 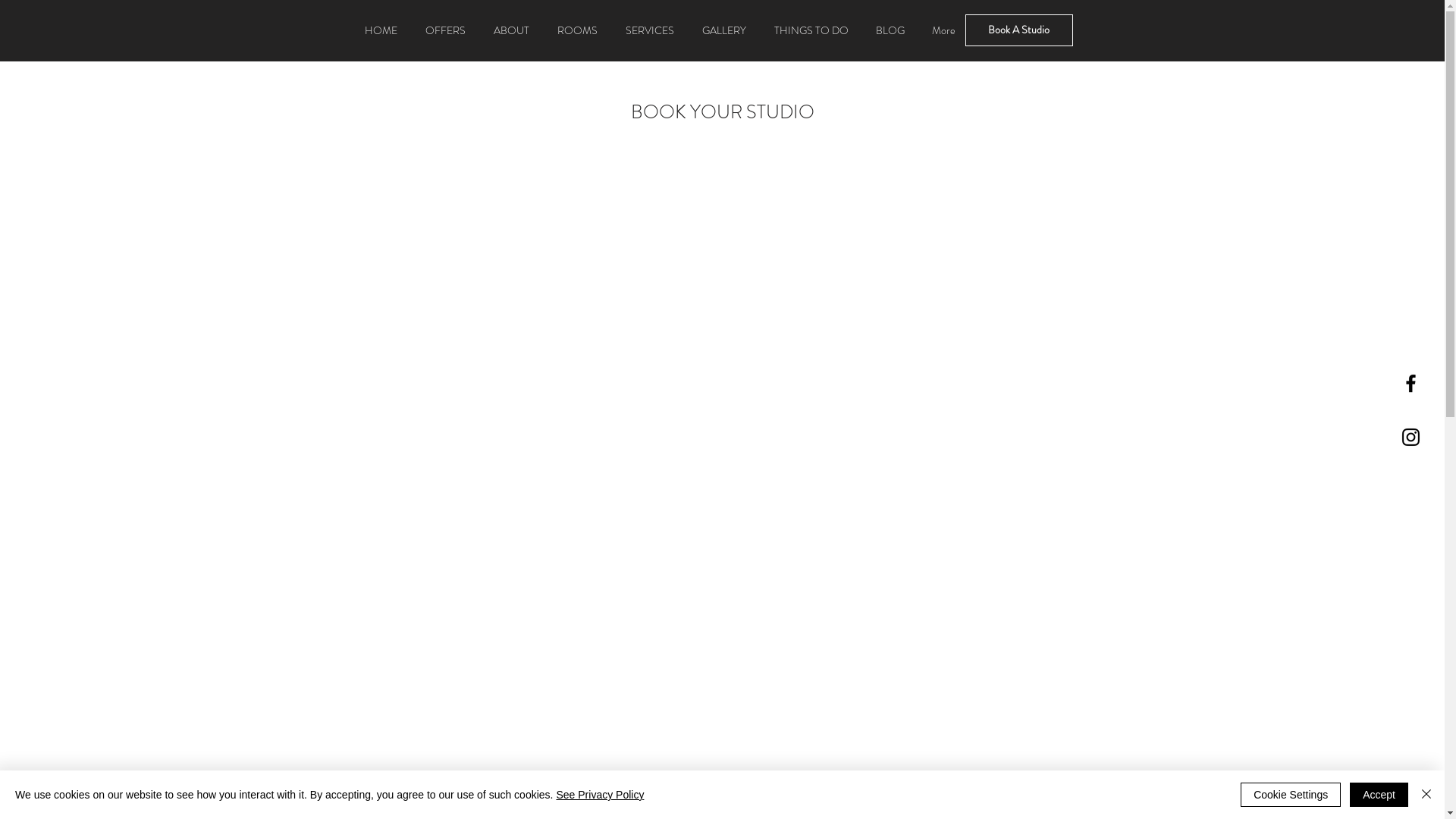 What do you see at coordinates (810, 30) in the screenshot?
I see `'THINGS TO DO'` at bounding box center [810, 30].